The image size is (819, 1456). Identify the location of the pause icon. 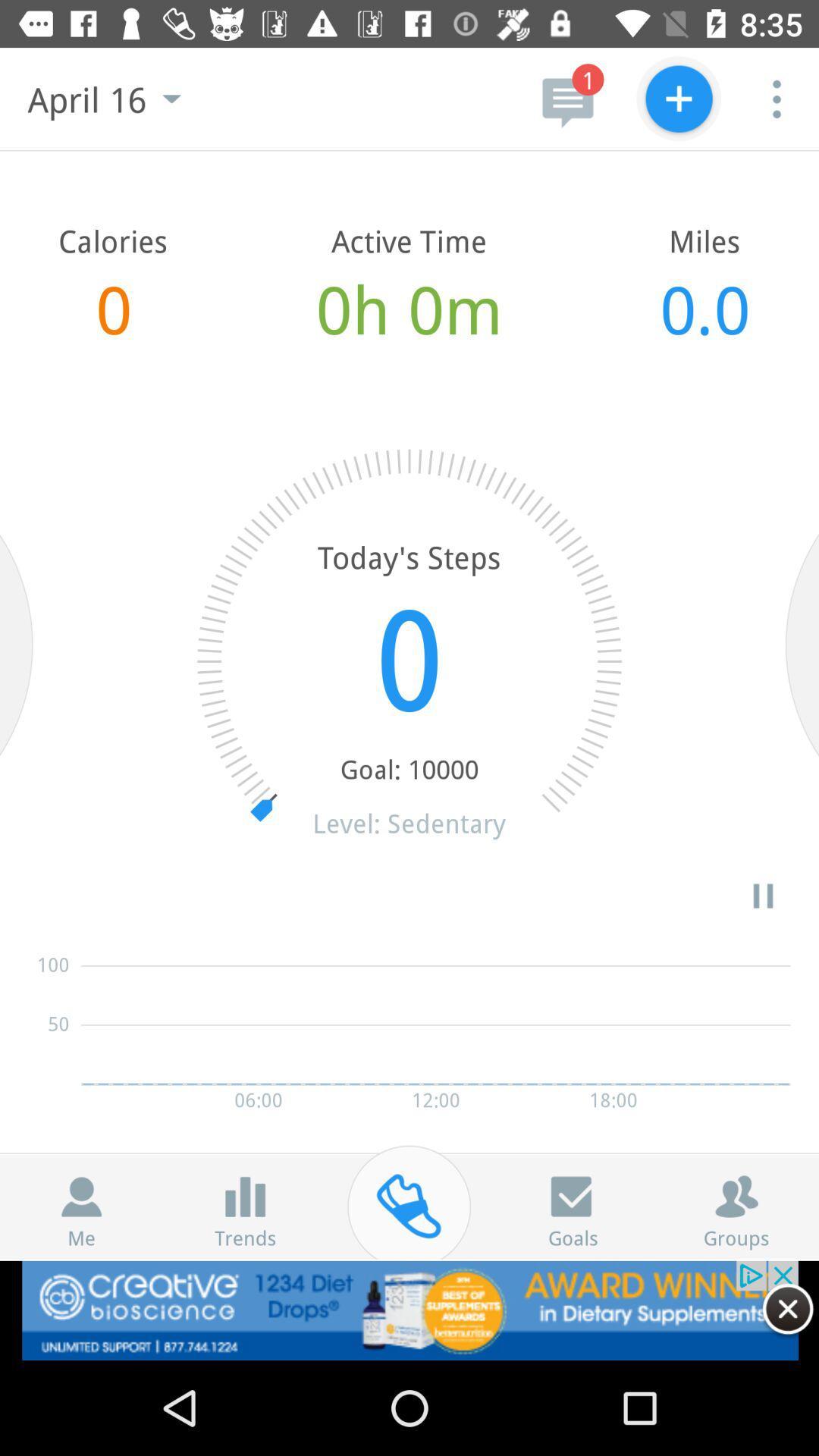
(244, 1196).